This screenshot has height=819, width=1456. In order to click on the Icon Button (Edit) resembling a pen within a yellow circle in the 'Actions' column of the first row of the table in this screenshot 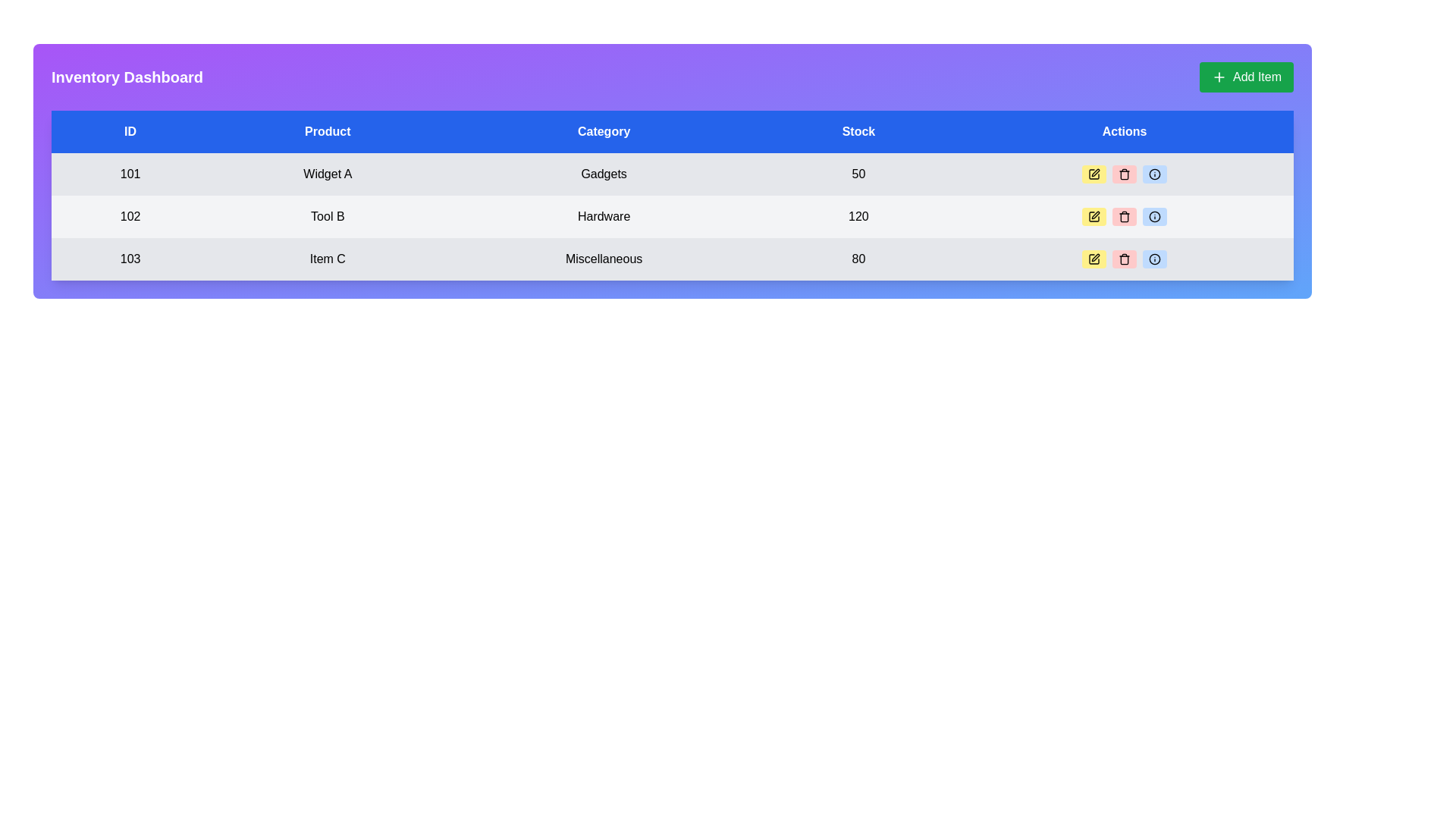, I will do `click(1094, 174)`.